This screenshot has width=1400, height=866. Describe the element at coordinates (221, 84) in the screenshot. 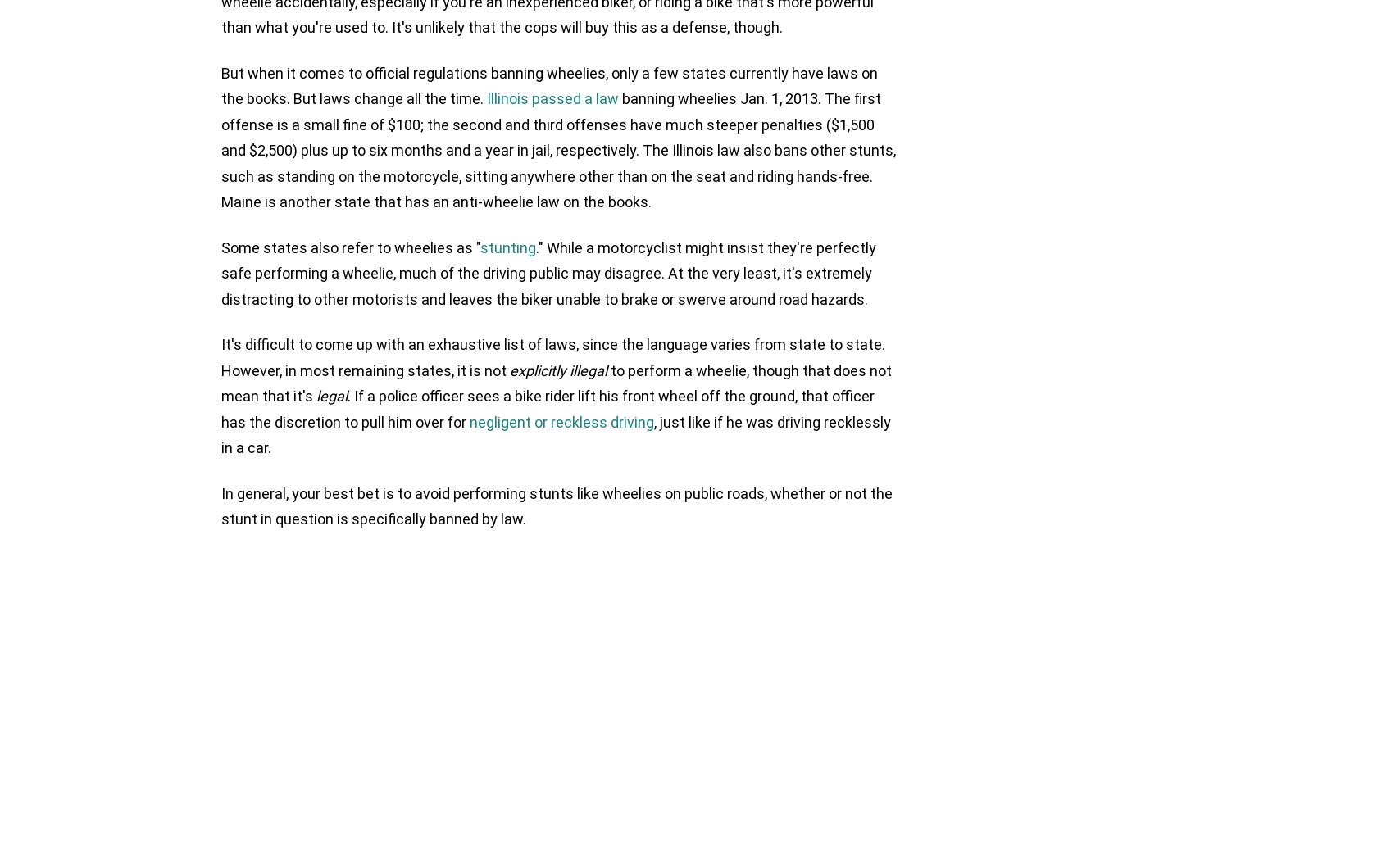

I see `'But when it comes to official regulations banning wheelies, only a few states currently have laws on the books. But laws change all the time.'` at that location.